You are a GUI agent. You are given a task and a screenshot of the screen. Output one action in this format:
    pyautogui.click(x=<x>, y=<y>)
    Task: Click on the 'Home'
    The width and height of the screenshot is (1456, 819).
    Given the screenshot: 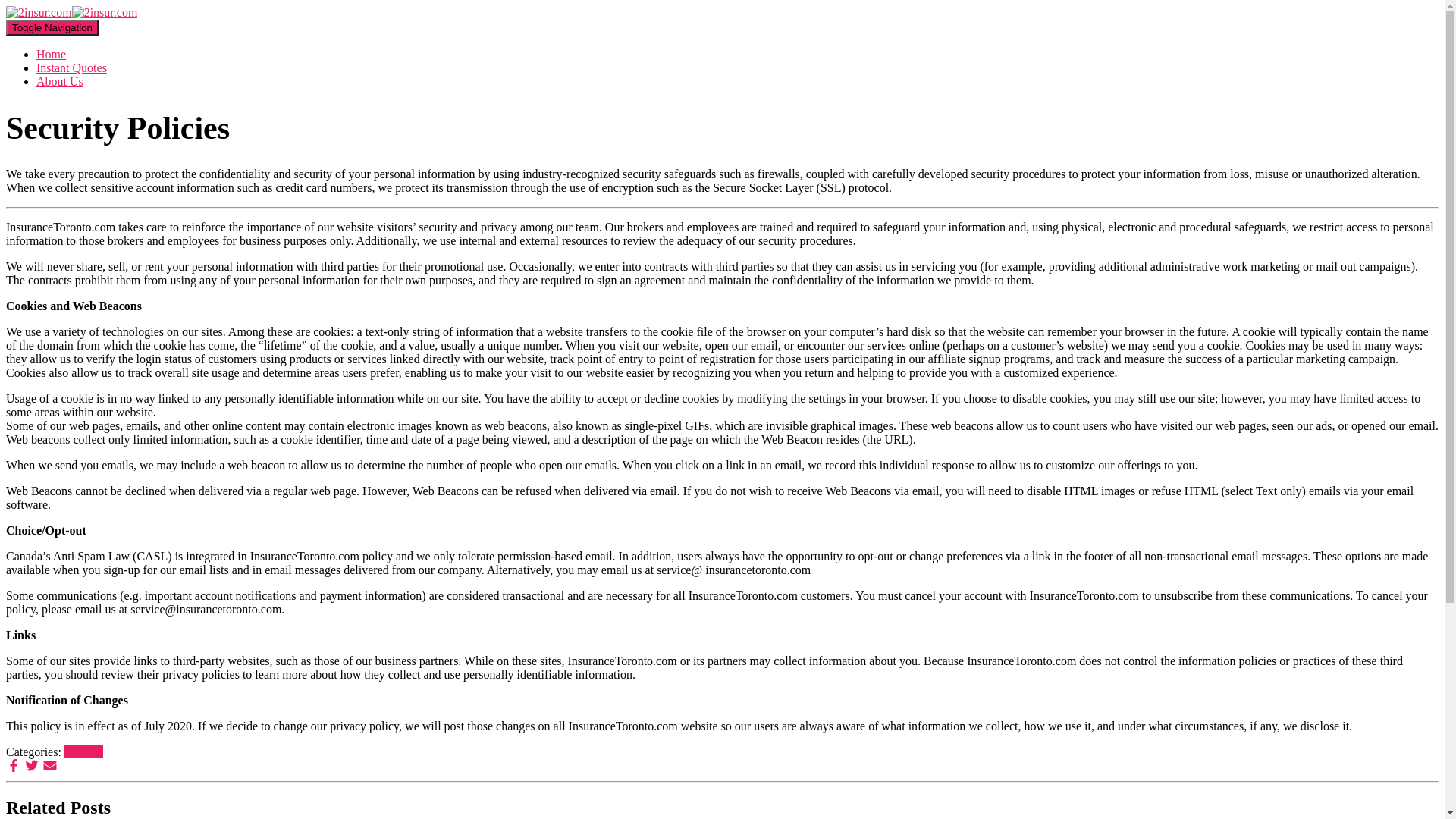 What is the action you would take?
    pyautogui.click(x=36, y=53)
    